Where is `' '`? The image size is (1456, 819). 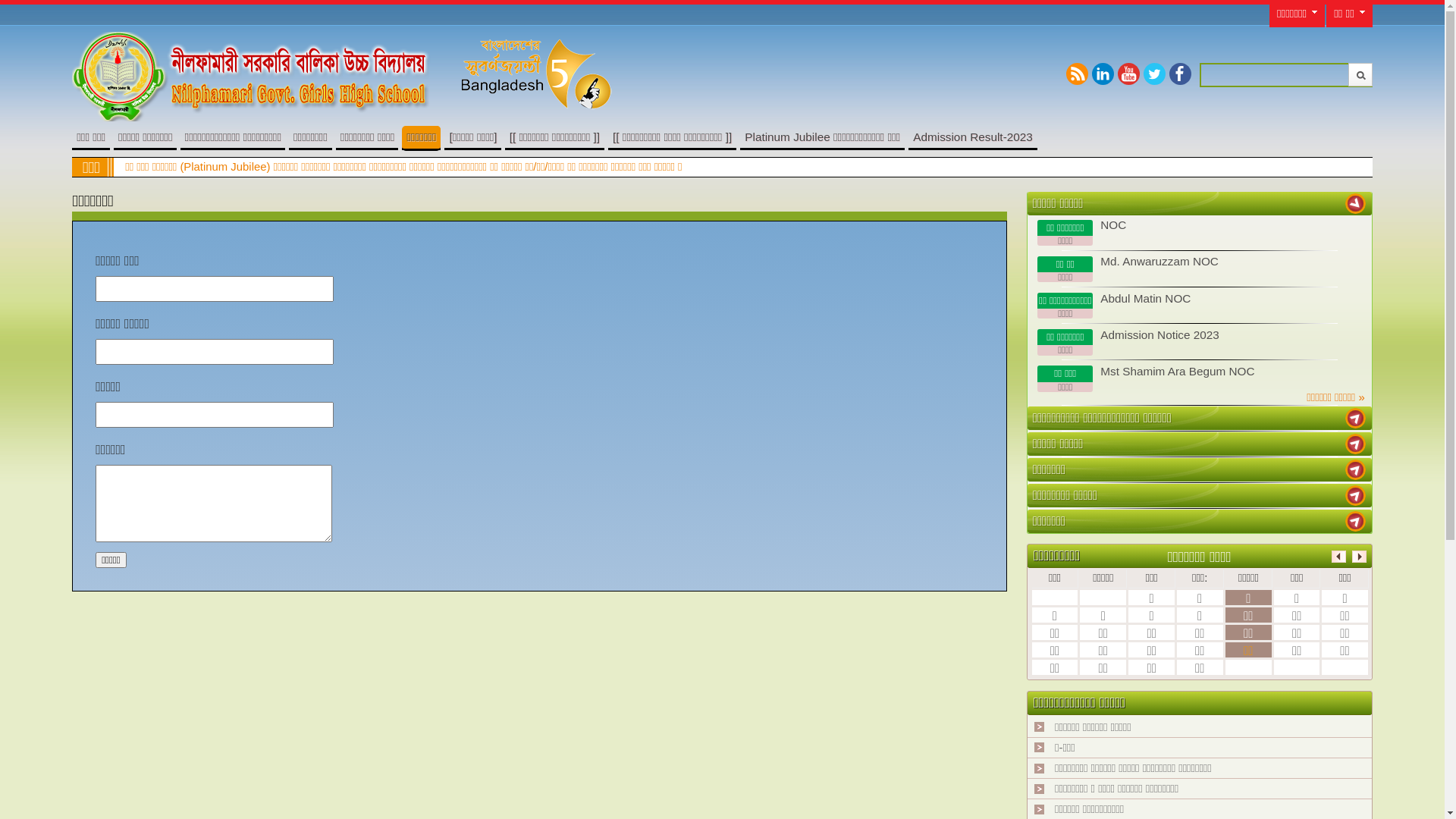 ' ' is located at coordinates (1355, 202).